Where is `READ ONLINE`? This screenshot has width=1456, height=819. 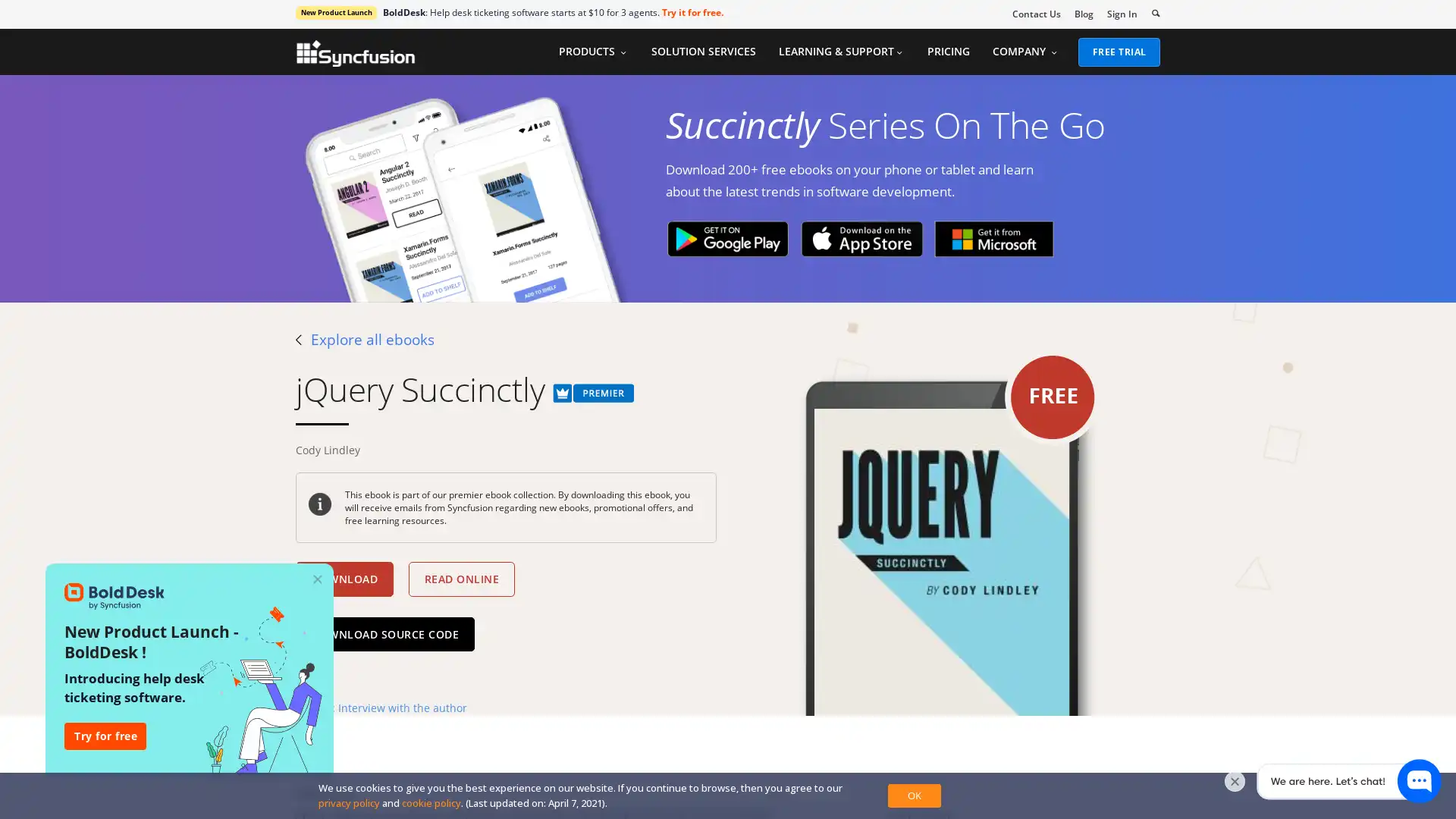 READ ONLINE is located at coordinates (460, 579).